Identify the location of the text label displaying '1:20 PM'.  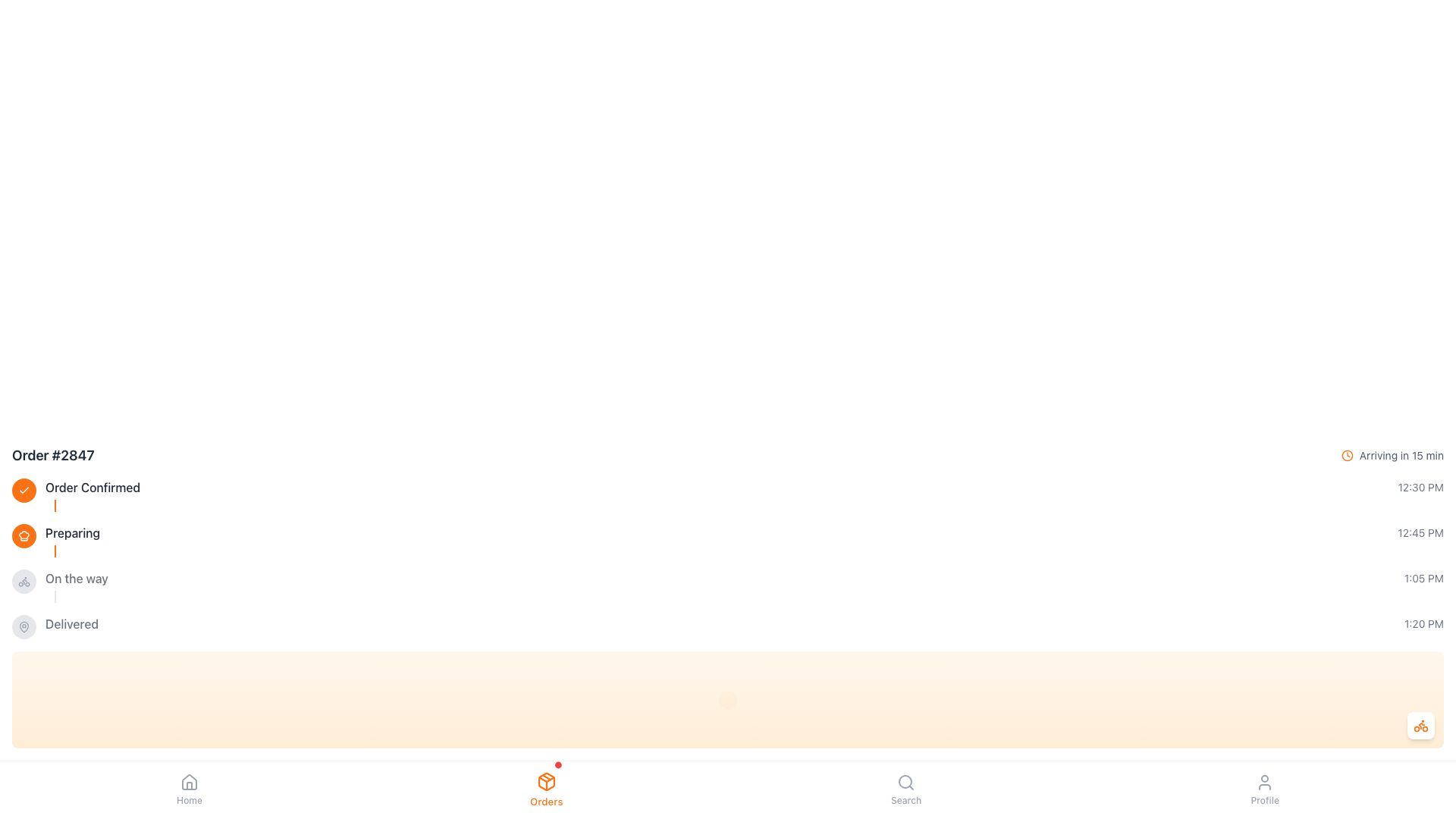
(1423, 623).